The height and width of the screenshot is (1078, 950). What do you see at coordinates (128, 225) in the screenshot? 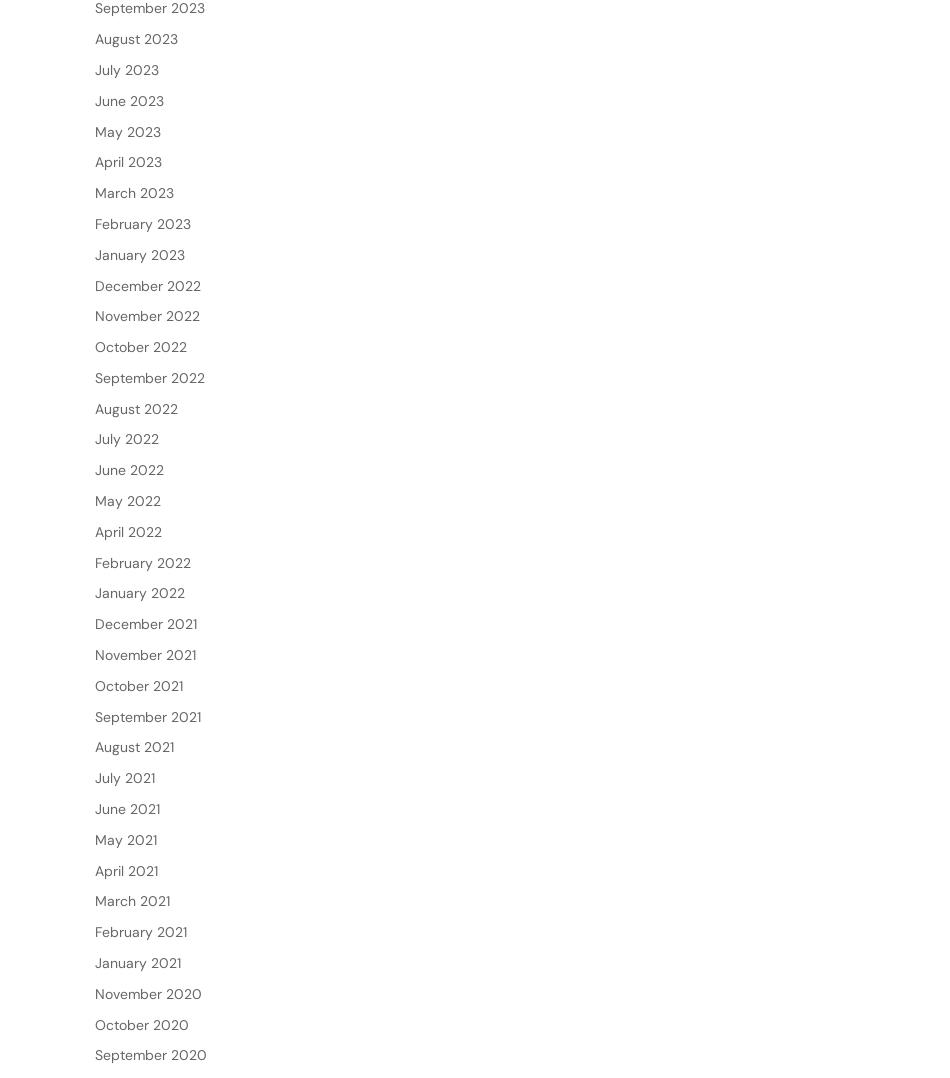
I see `'April 2023'` at bounding box center [128, 225].